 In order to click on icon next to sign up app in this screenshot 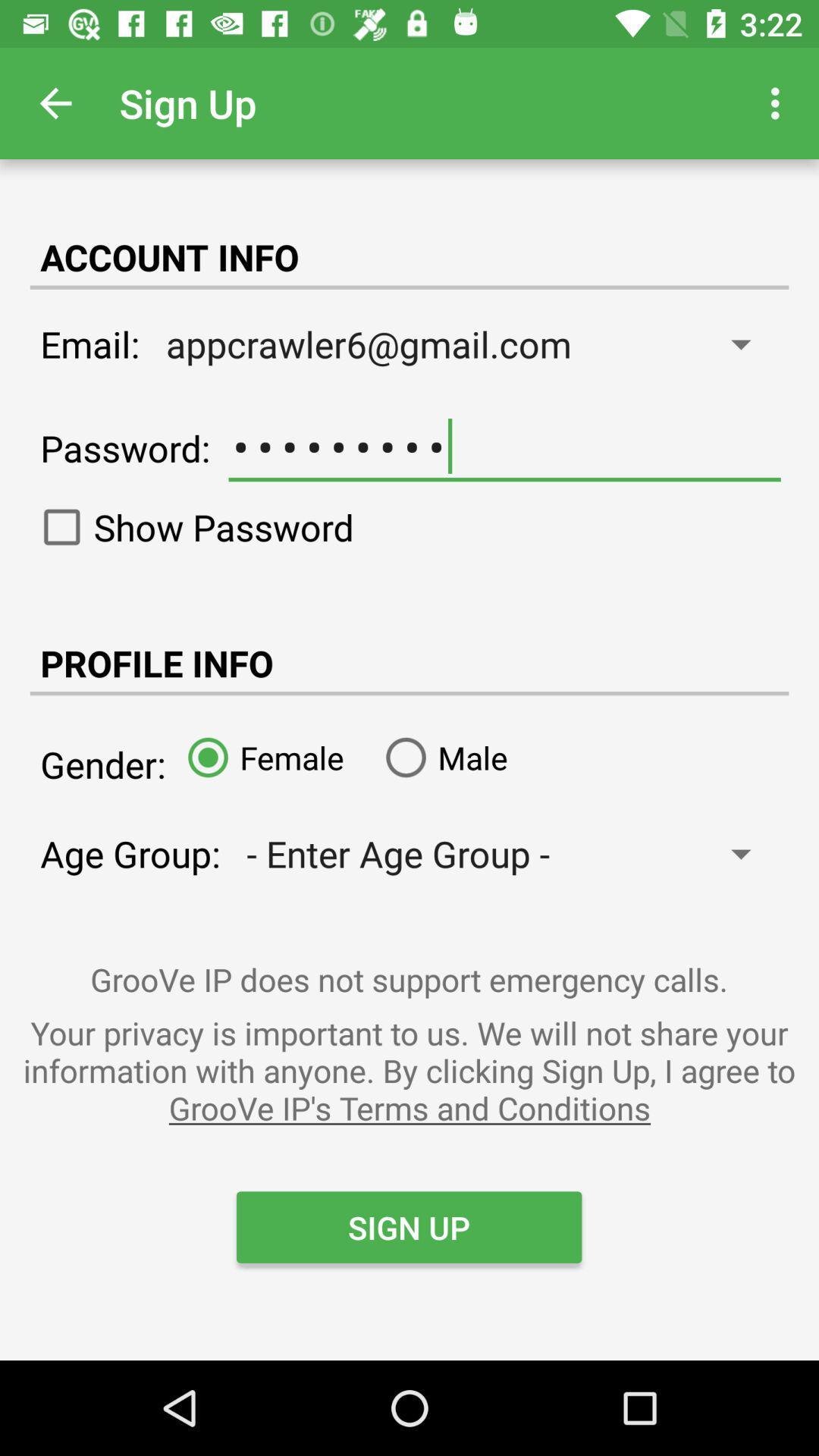, I will do `click(55, 102)`.